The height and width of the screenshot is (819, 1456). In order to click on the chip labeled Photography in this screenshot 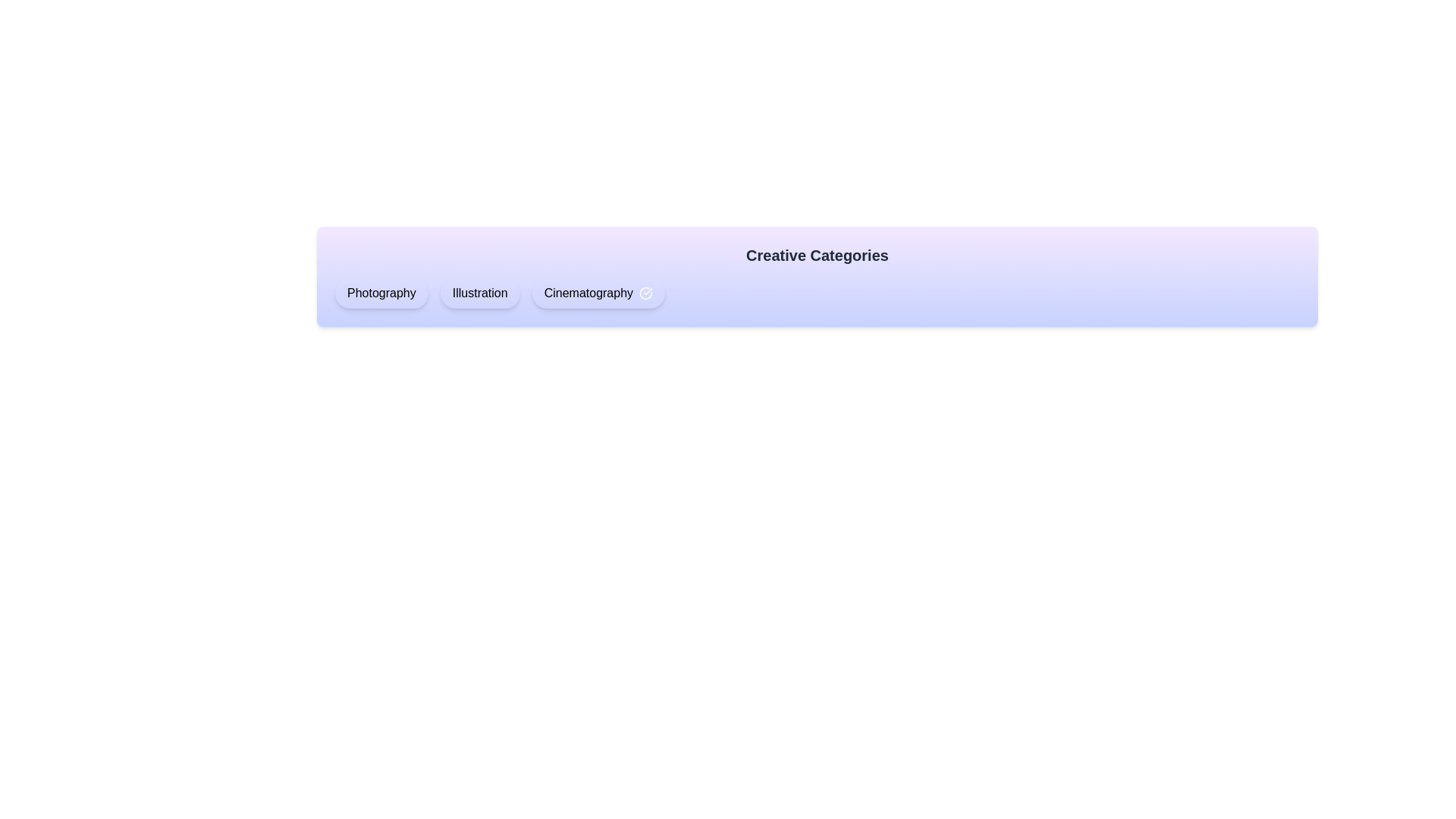, I will do `click(381, 293)`.